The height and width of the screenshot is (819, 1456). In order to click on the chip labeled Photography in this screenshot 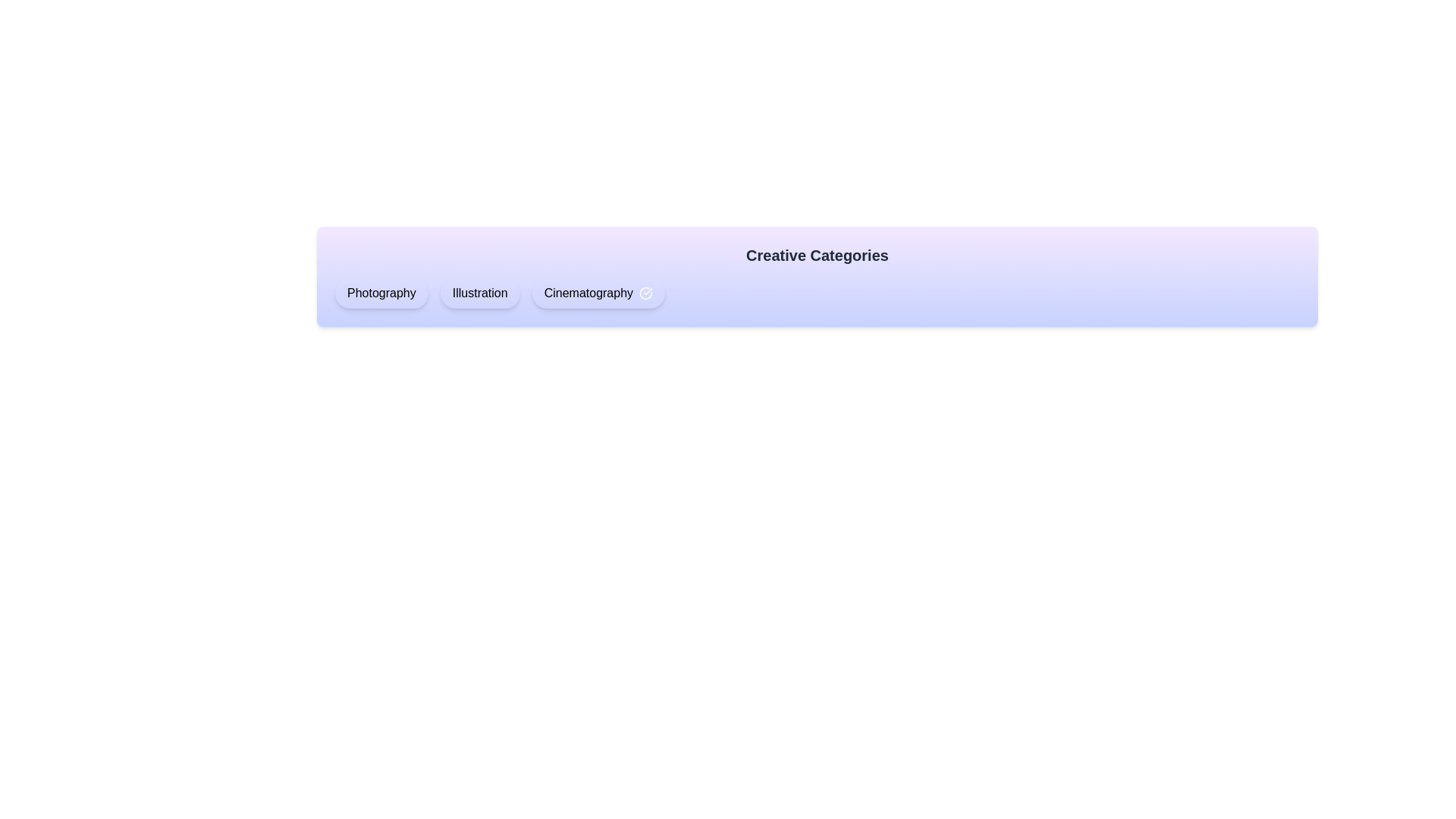, I will do `click(381, 293)`.